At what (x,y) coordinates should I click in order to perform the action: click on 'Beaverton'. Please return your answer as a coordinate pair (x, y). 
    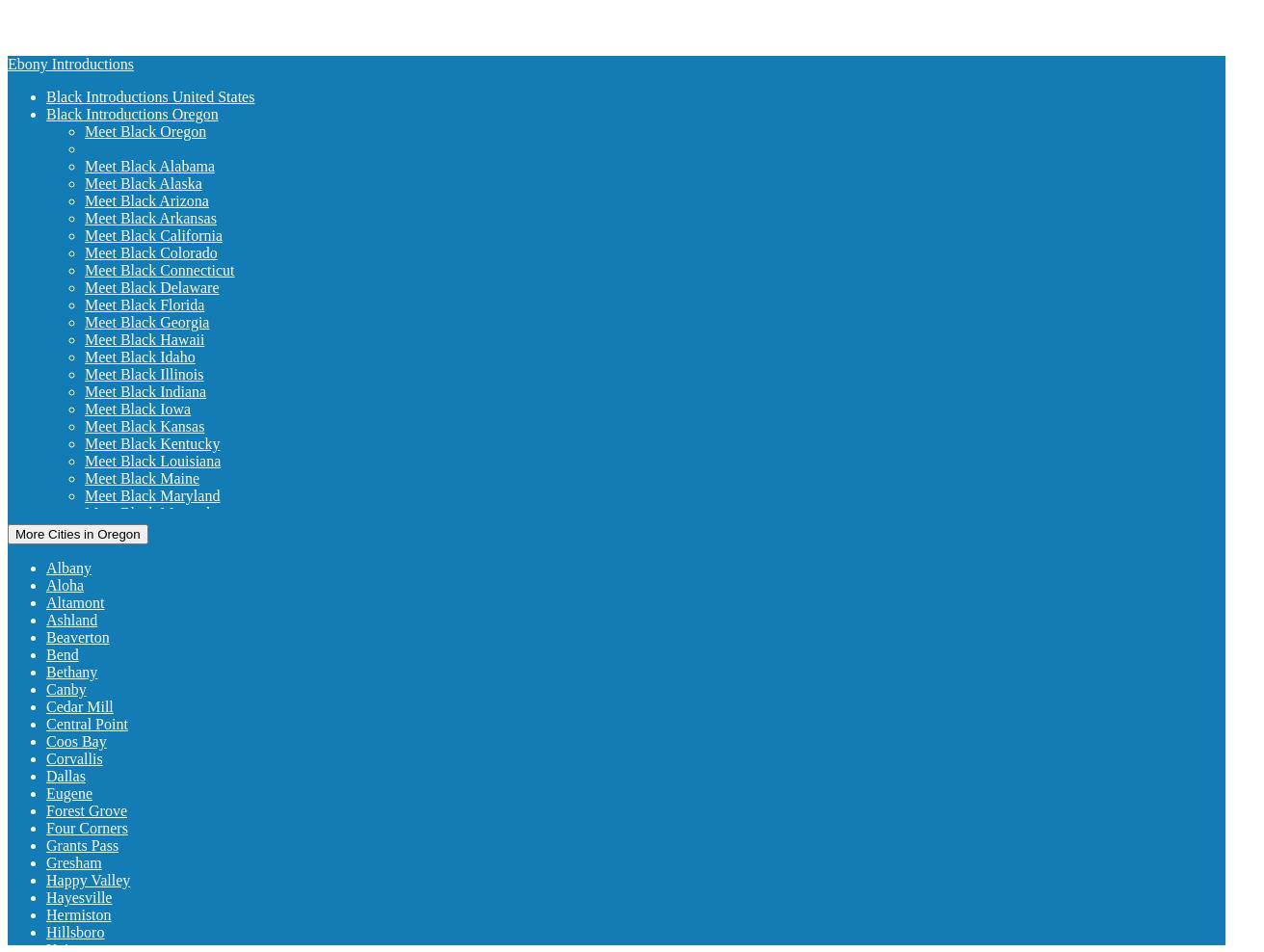
    Looking at the image, I should click on (77, 636).